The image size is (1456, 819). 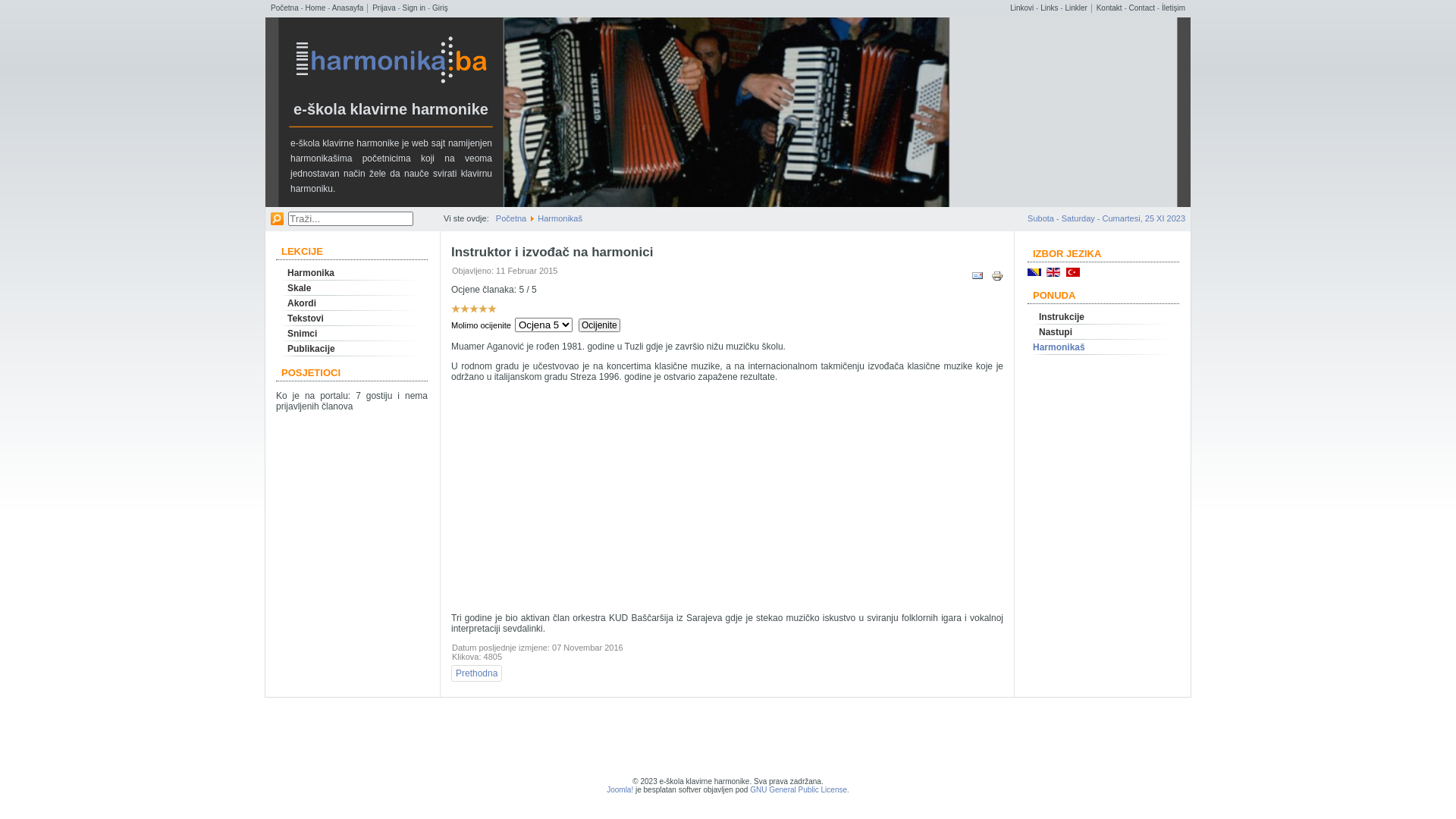 What do you see at coordinates (1052, 271) in the screenshot?
I see `'English (UK)'` at bounding box center [1052, 271].